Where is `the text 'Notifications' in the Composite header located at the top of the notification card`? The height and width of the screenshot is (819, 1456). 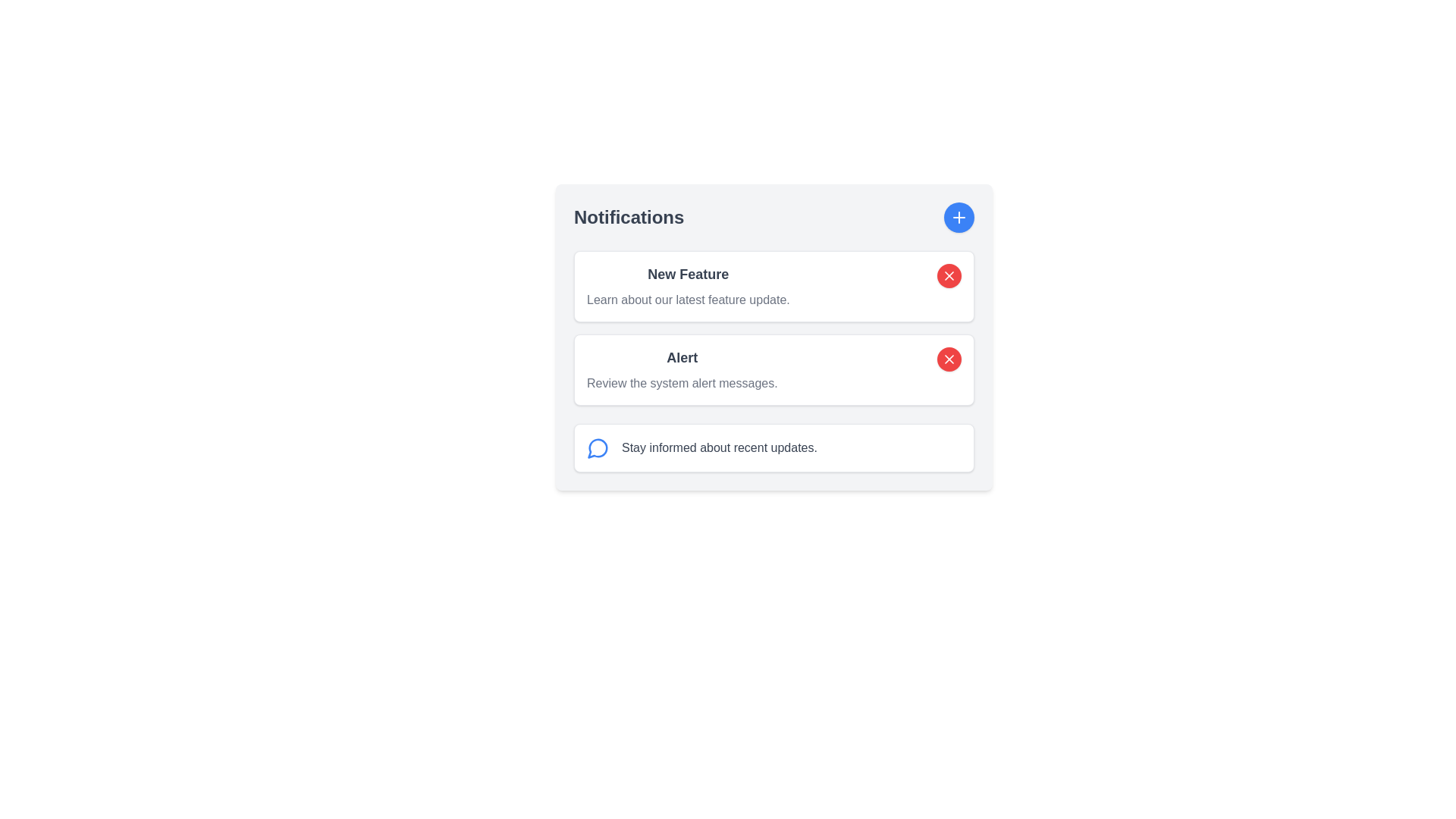 the text 'Notifications' in the Composite header located at the top of the notification card is located at coordinates (774, 217).